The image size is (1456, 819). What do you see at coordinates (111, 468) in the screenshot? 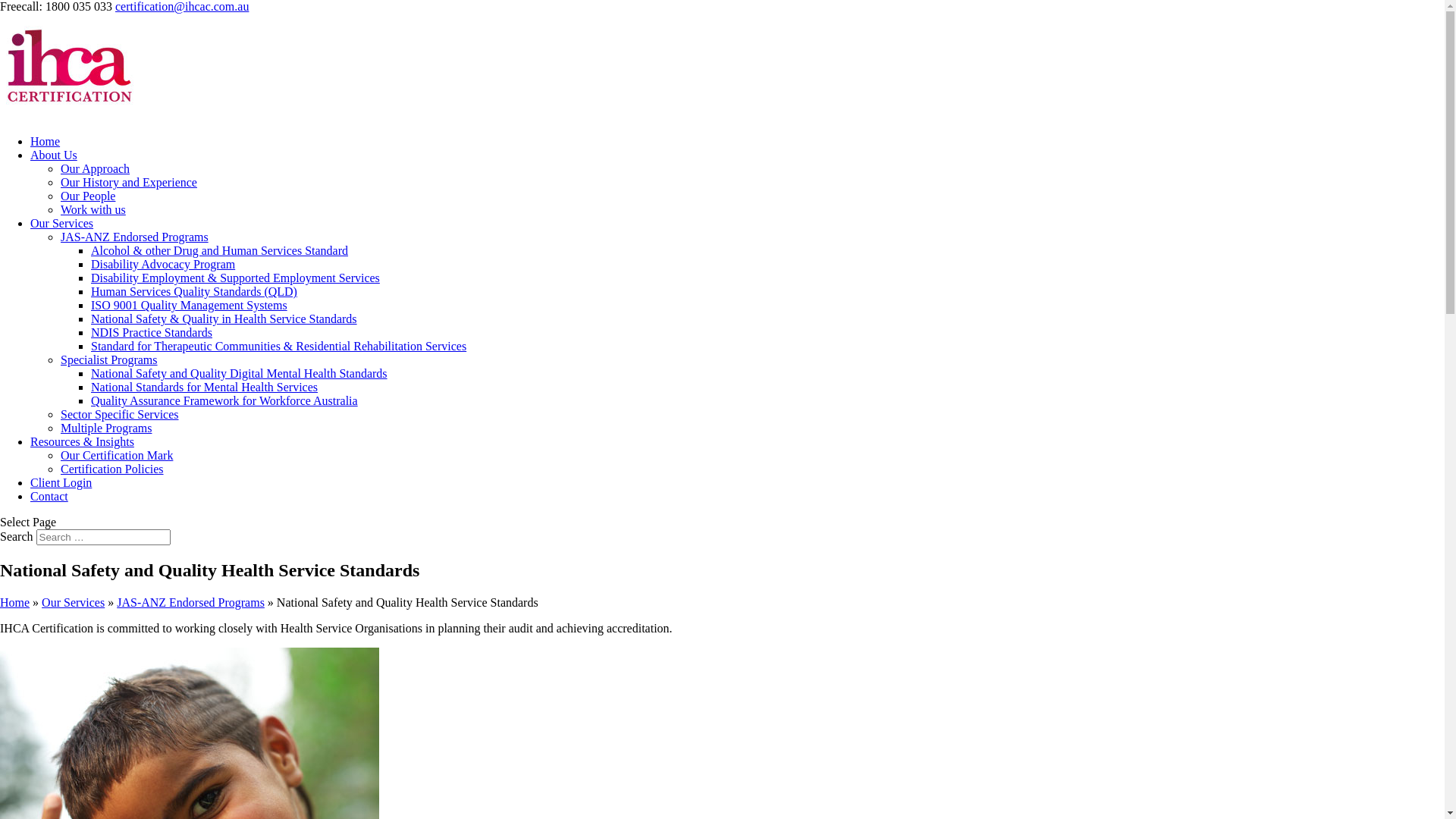
I see `'Certification Policies'` at bounding box center [111, 468].